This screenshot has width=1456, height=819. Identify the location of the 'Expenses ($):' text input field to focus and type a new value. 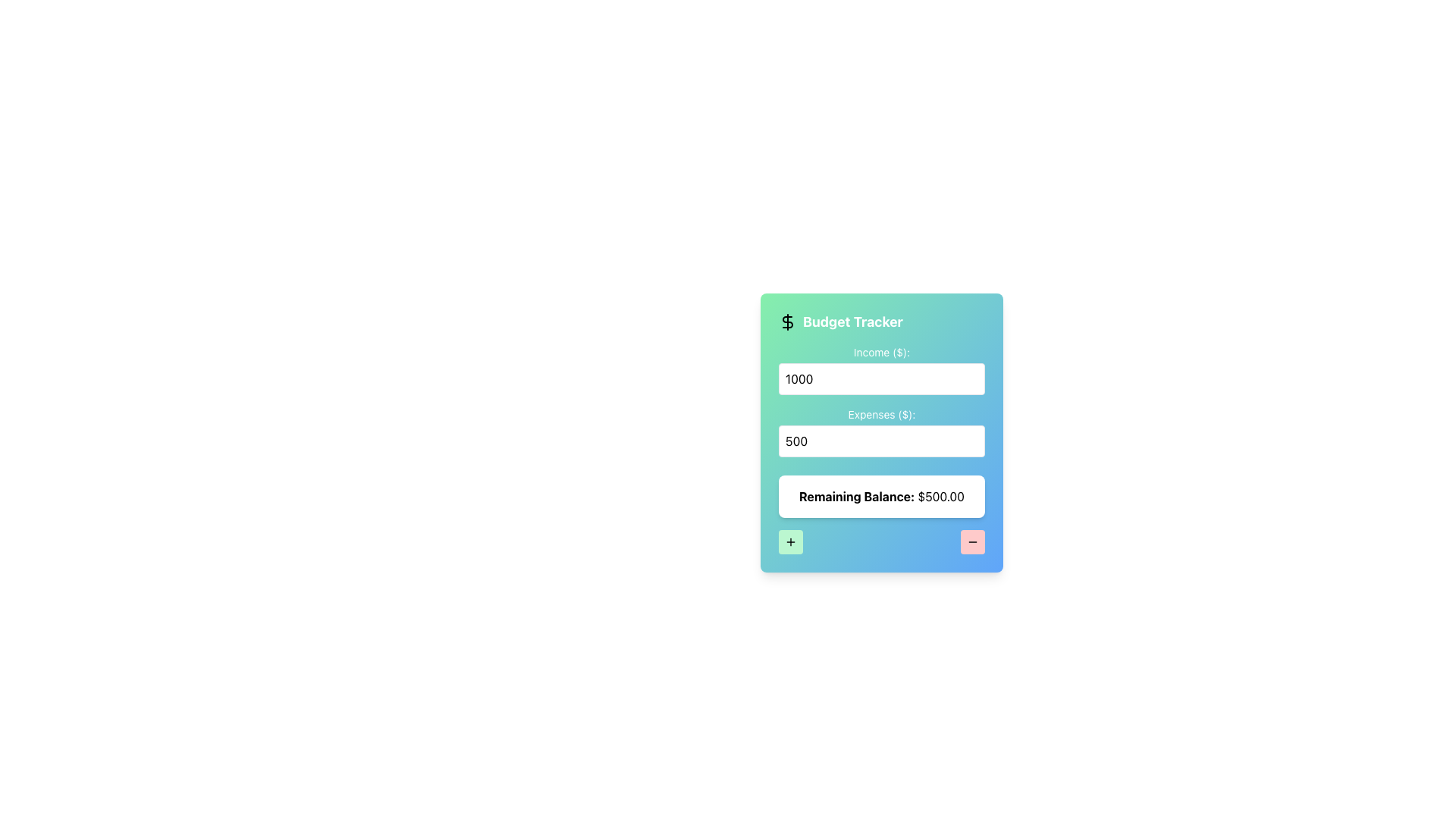
(881, 432).